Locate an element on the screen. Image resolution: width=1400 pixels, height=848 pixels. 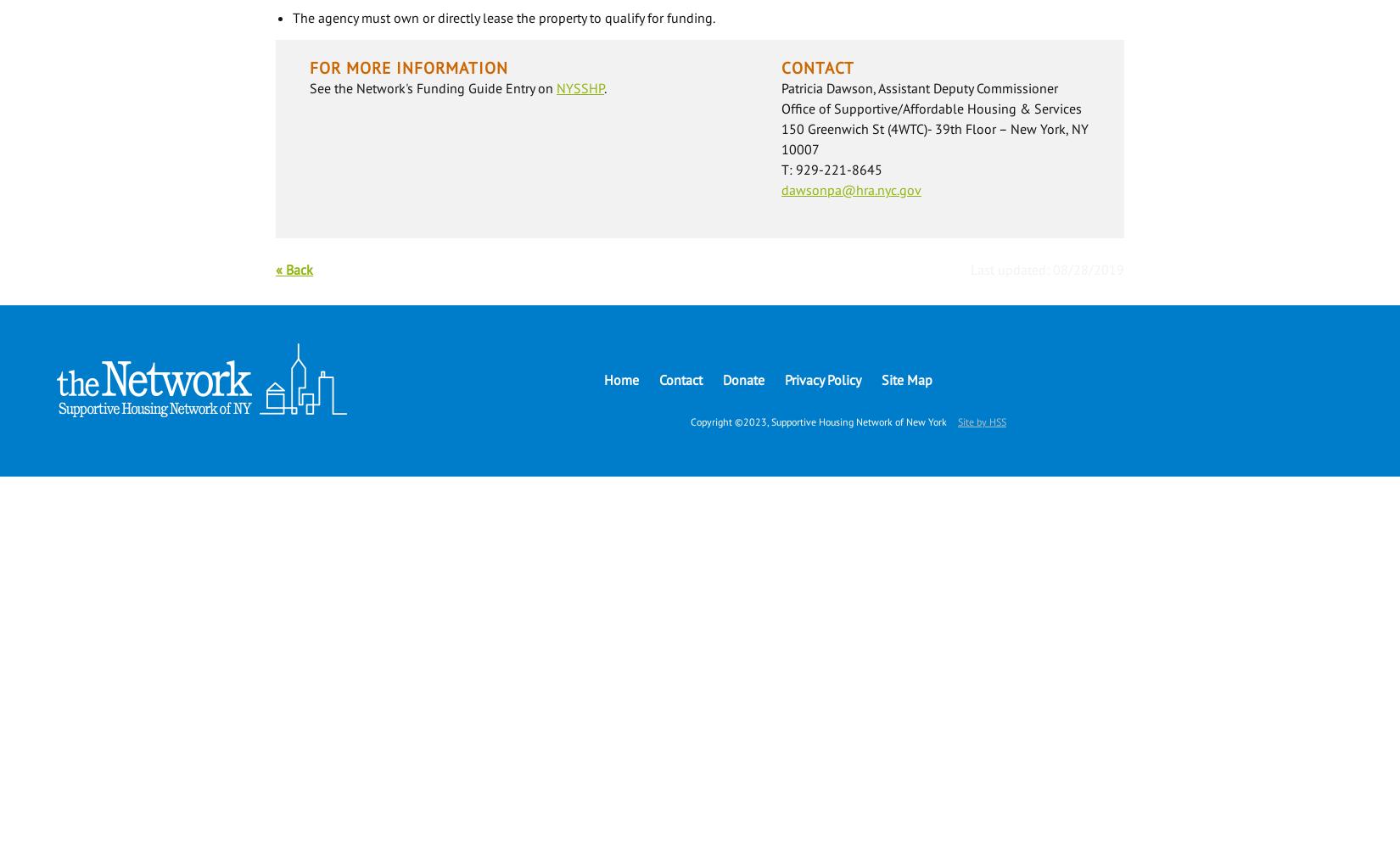
'NYSSHP' is located at coordinates (579, 87).